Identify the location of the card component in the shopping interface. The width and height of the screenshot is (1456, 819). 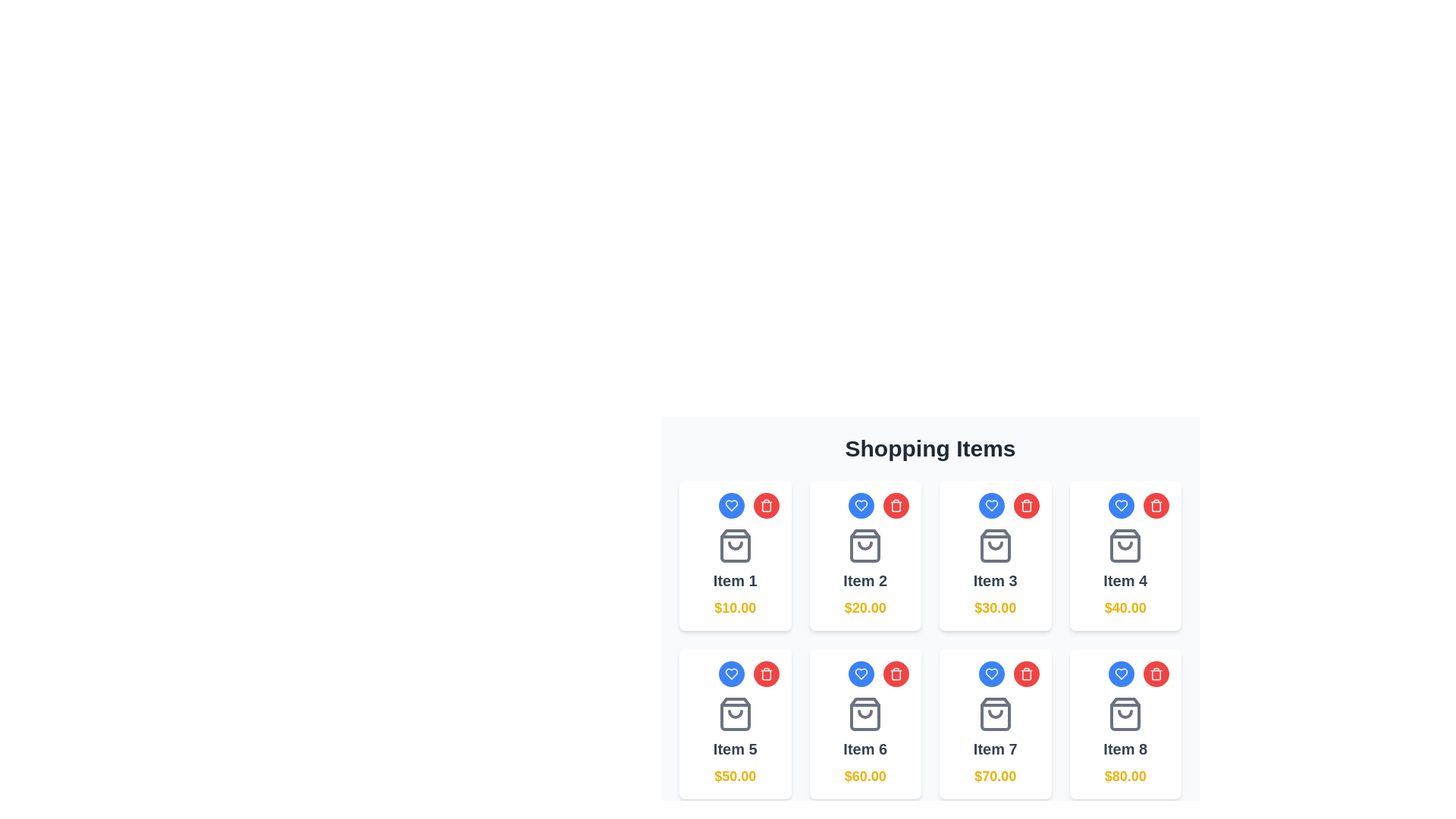
(1125, 723).